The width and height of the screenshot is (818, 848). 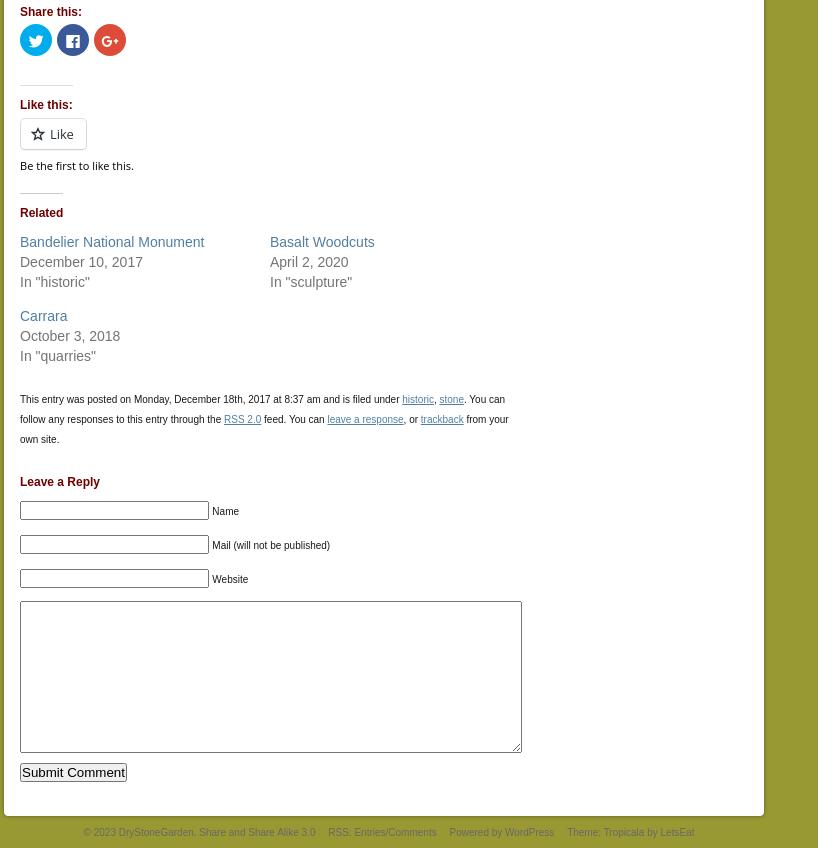 What do you see at coordinates (242, 418) in the screenshot?
I see `'RSS 2.0'` at bounding box center [242, 418].